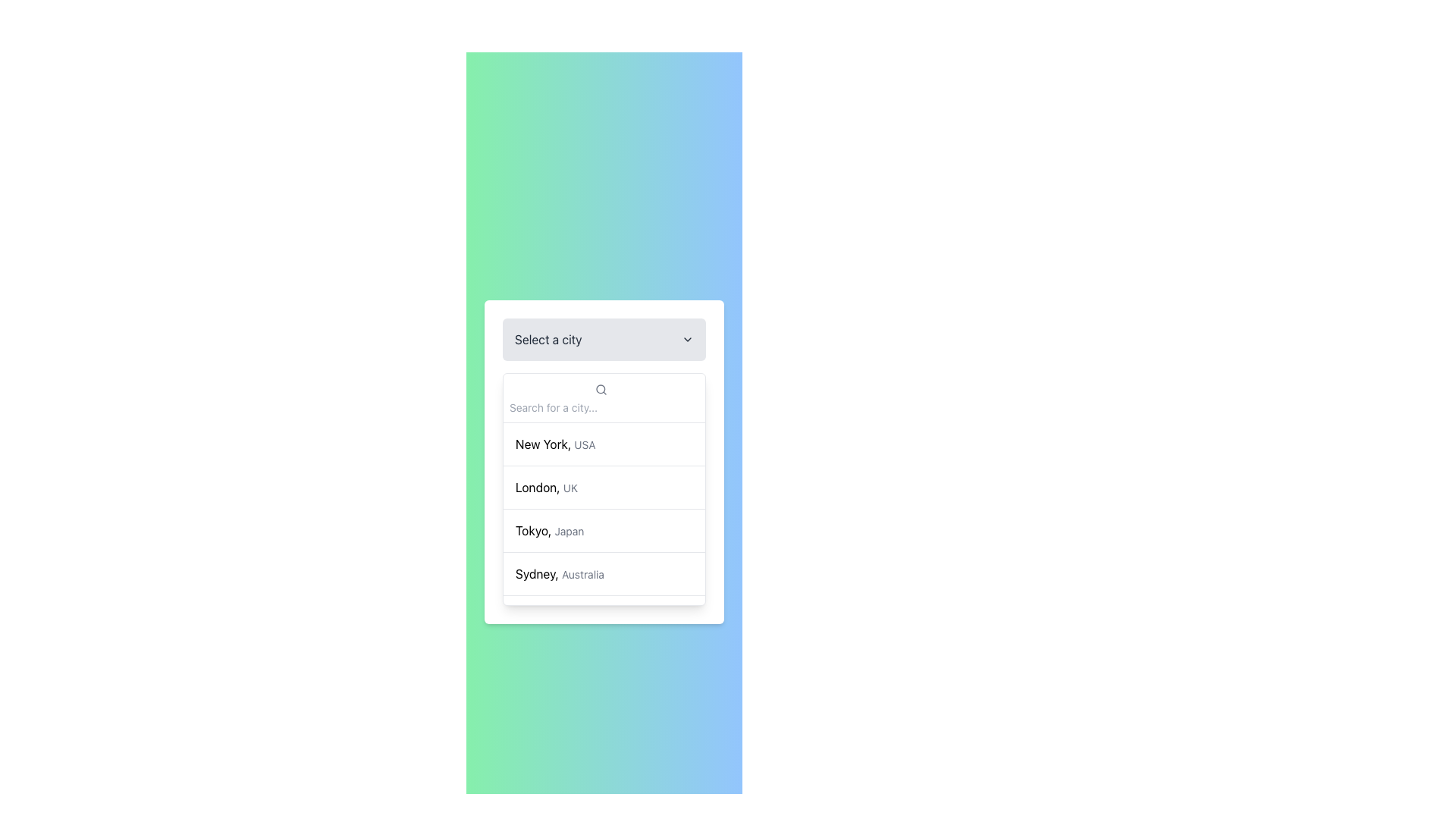 Image resolution: width=1456 pixels, height=819 pixels. What do you see at coordinates (603, 529) in the screenshot?
I see `the selectable option for the city 'Tokyo, Japan' within the dropdown menu` at bounding box center [603, 529].